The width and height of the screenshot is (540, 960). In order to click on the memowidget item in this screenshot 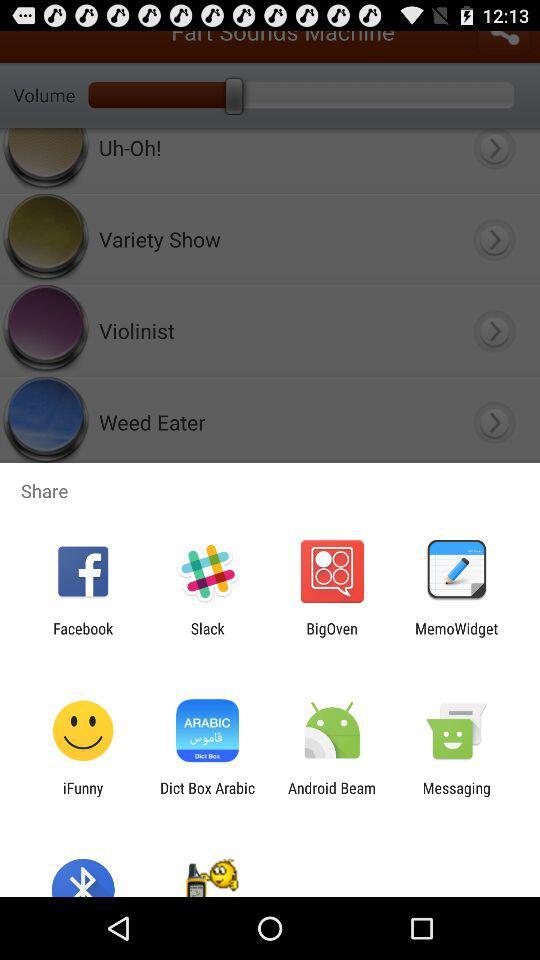, I will do `click(456, 636)`.